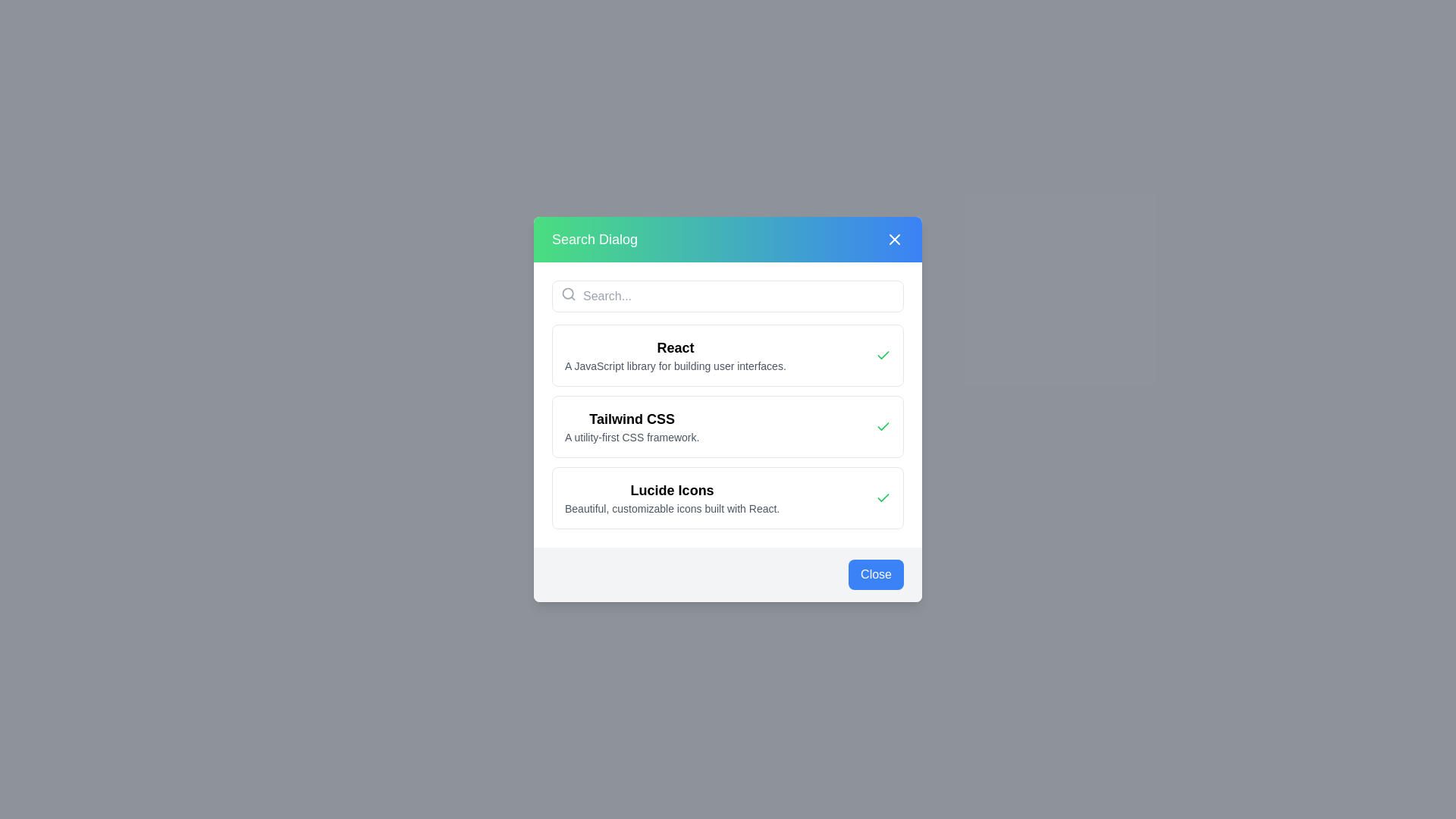  I want to click on the first selectable item in the 'Search Dialog' that provides information about the 'React' JavaScript library, so click(728, 356).